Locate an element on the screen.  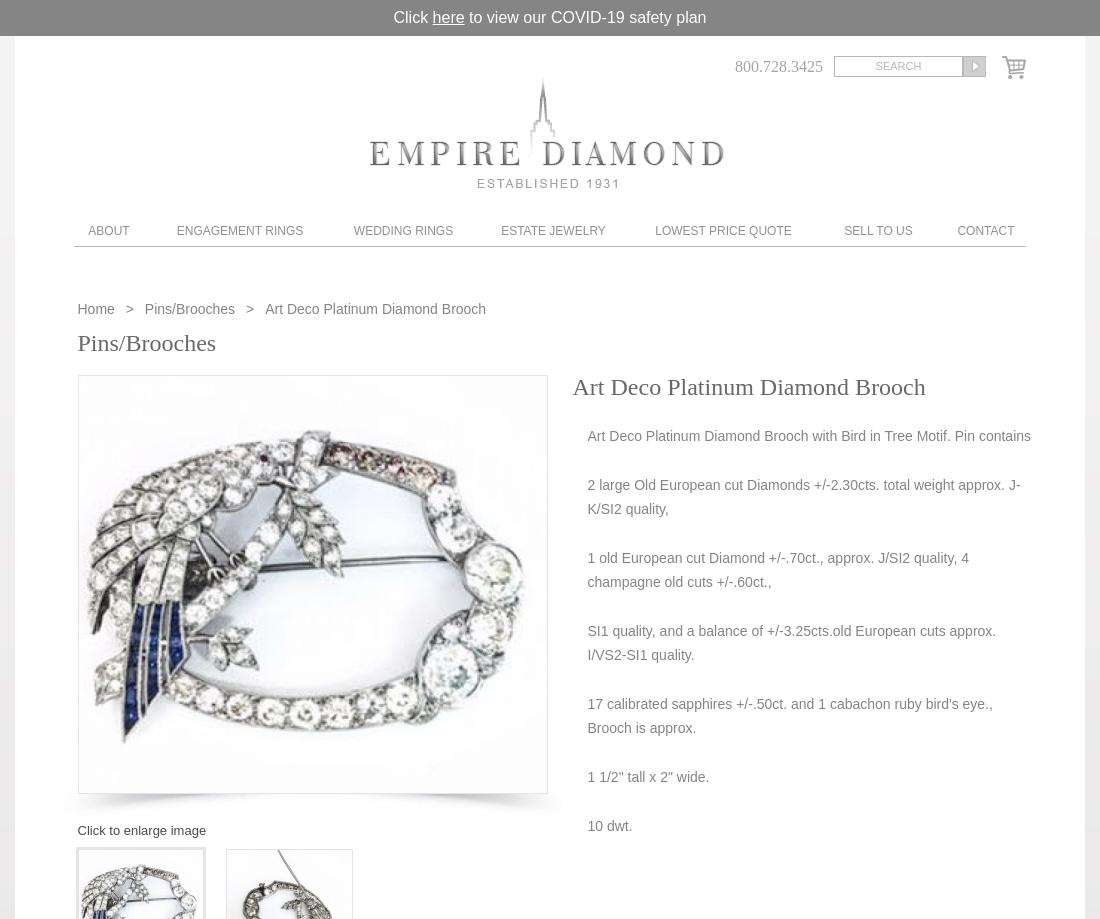
'Home' is located at coordinates (97, 307).